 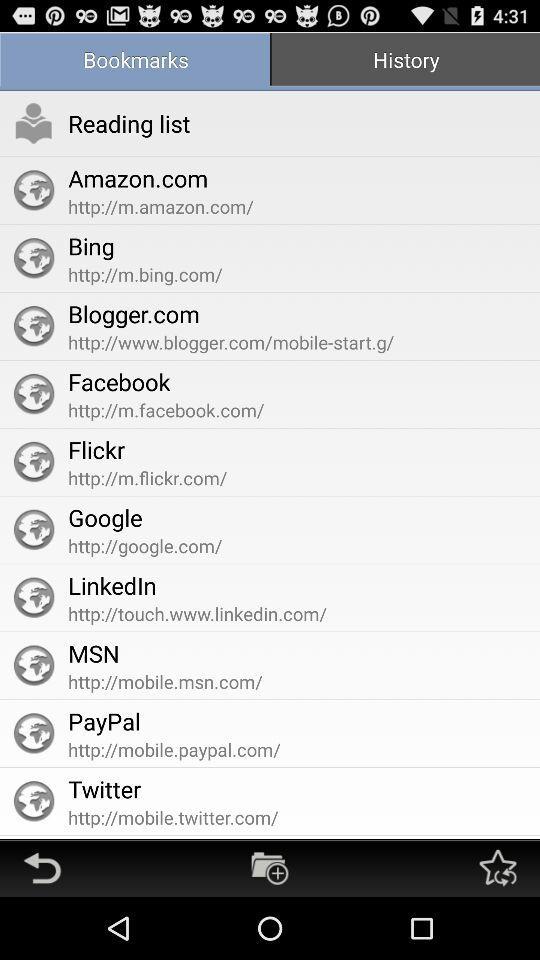 I want to click on history item, so click(x=405, y=61).